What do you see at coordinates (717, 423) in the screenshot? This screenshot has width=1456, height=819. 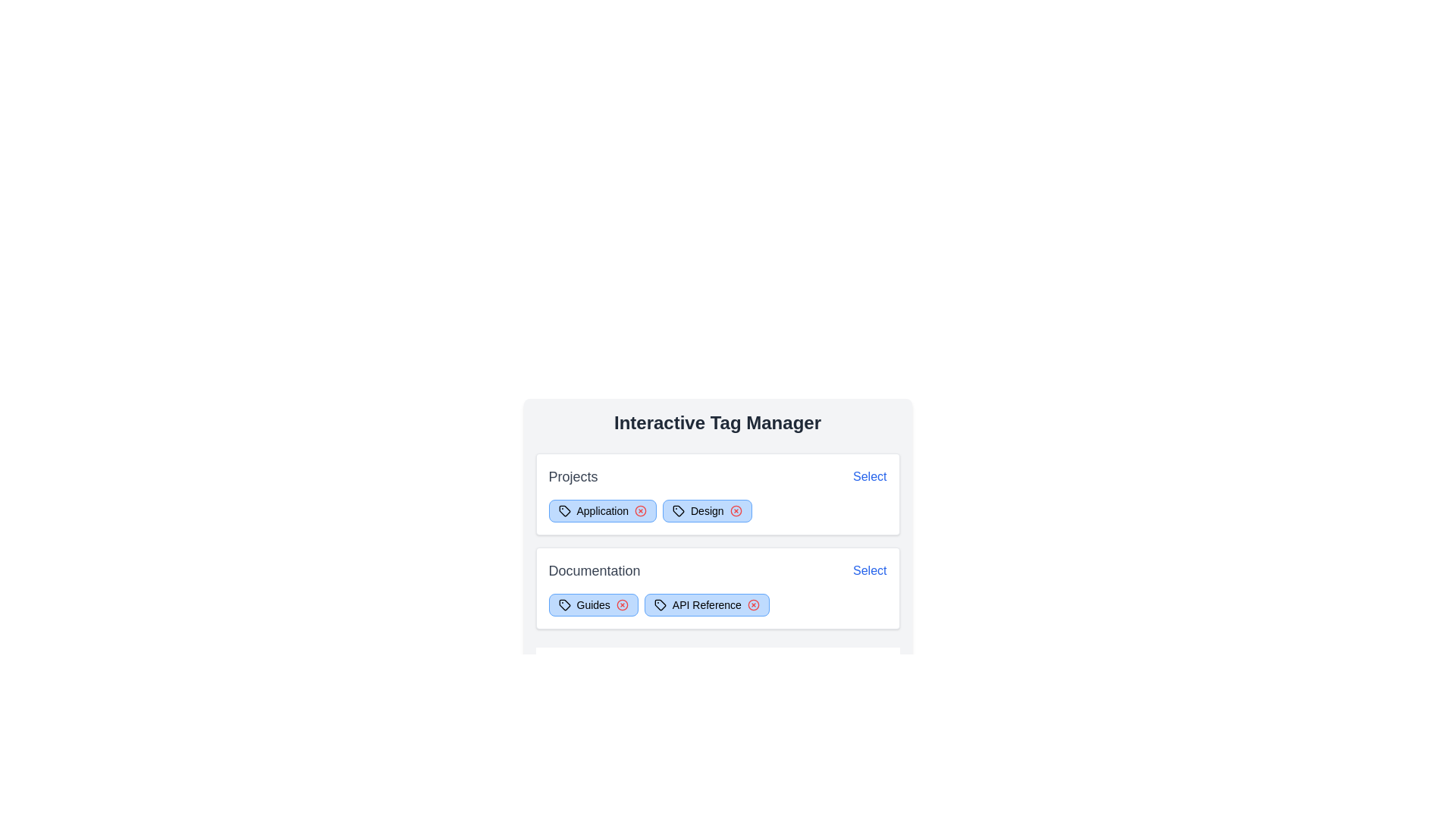 I see `the 'Interactive Tag Manager' text label, which is bold and gray, centered within a white background in a rounded card with a light gray background` at bounding box center [717, 423].